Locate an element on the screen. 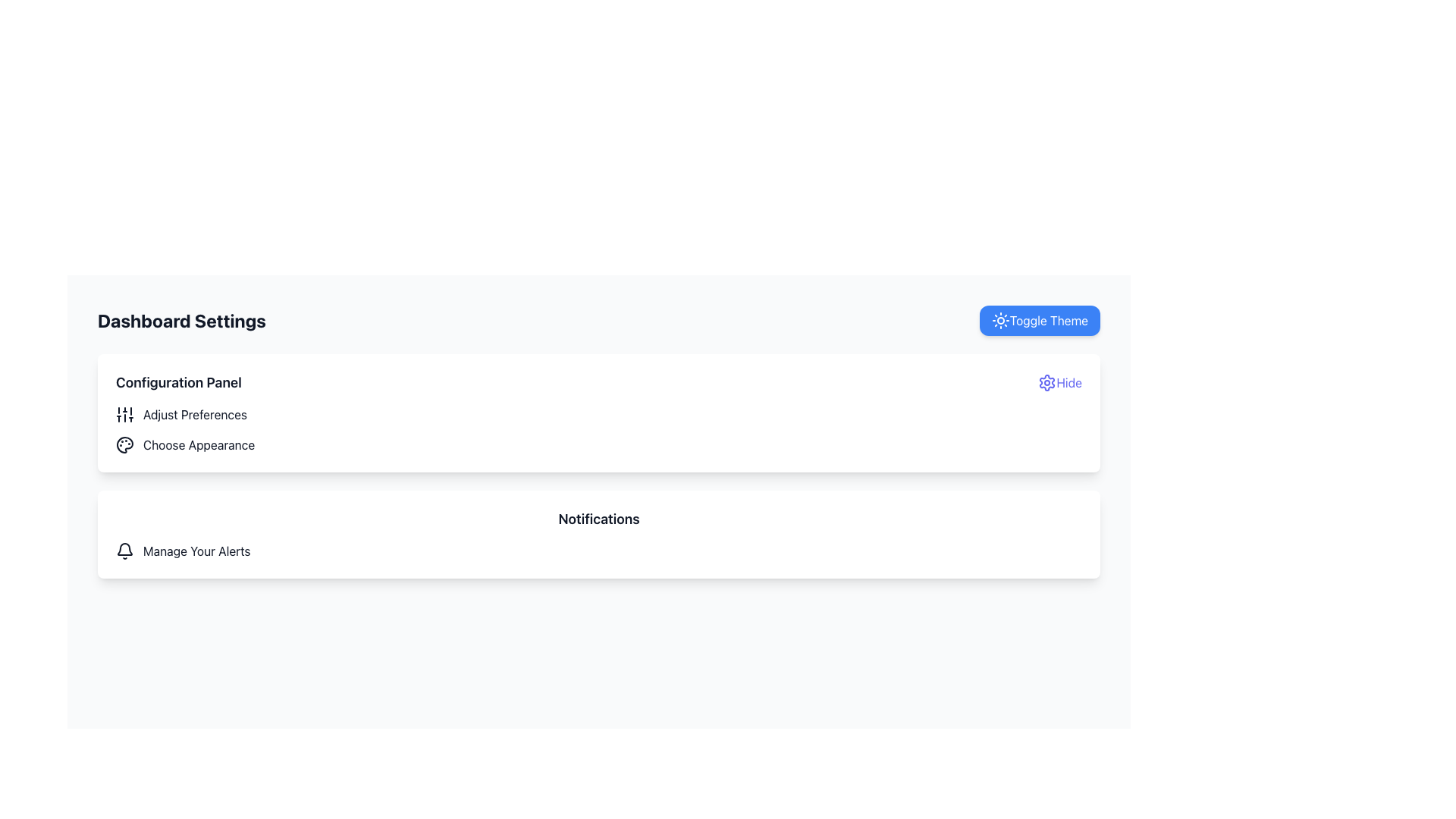 Image resolution: width=1456 pixels, height=819 pixels. the painter's palette icon in the 'Choose Appearance' section of the 'Configuration Panel' is located at coordinates (124, 444).